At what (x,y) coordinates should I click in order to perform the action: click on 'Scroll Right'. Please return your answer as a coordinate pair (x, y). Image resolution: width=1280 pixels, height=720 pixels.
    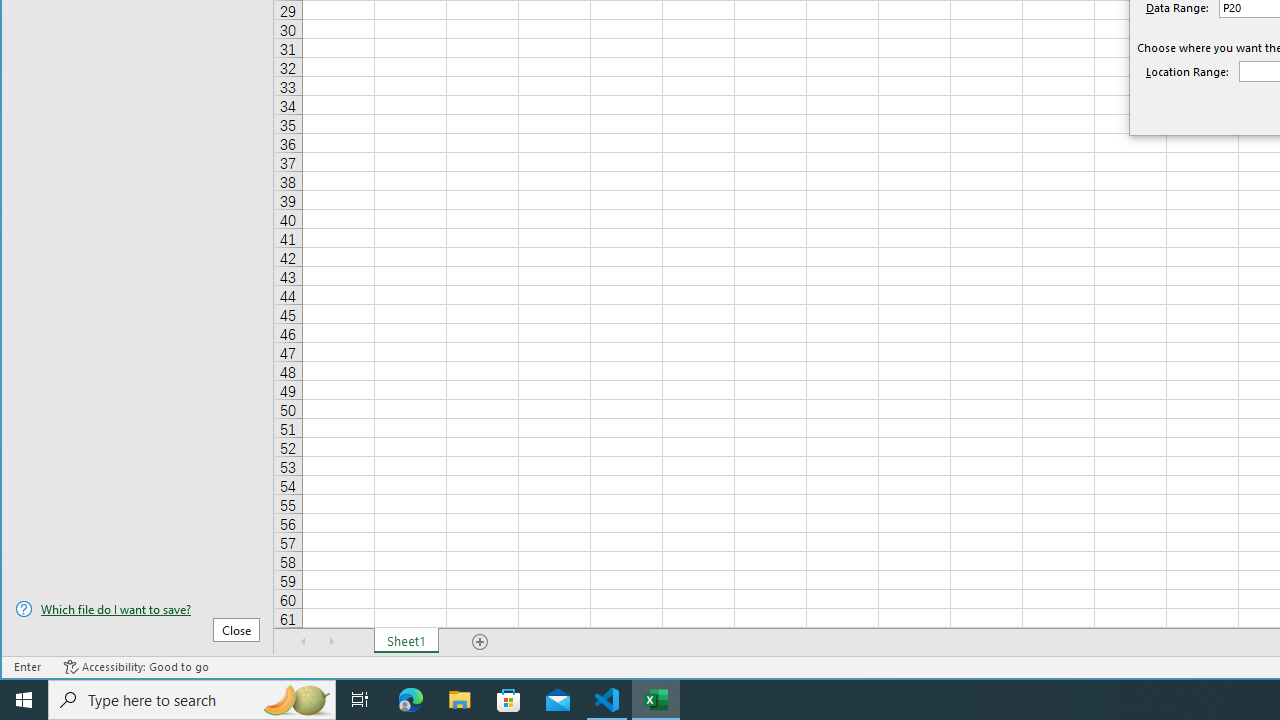
    Looking at the image, I should click on (331, 641).